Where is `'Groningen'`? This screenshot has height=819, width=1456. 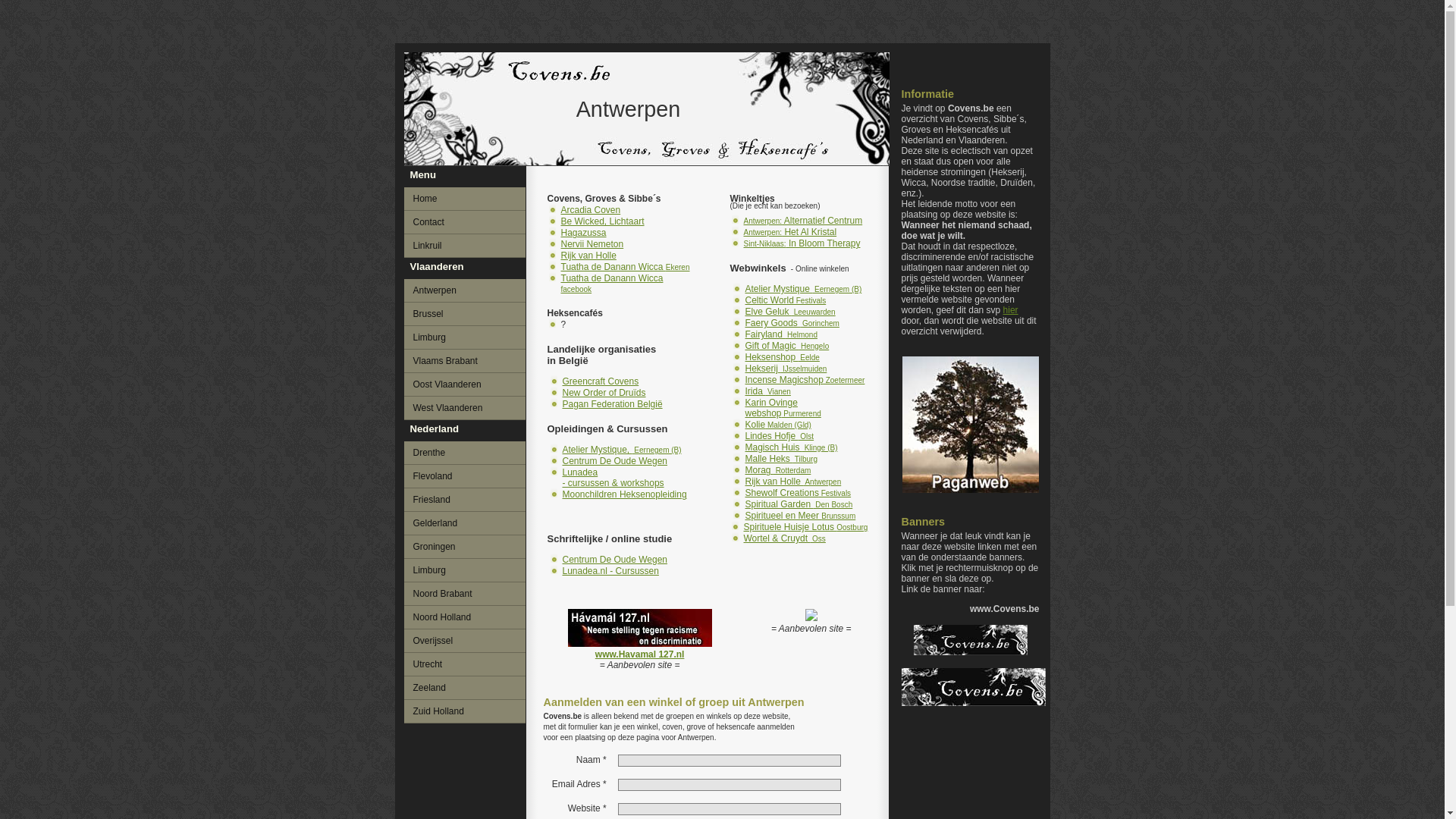 'Groningen' is located at coordinates (463, 547).